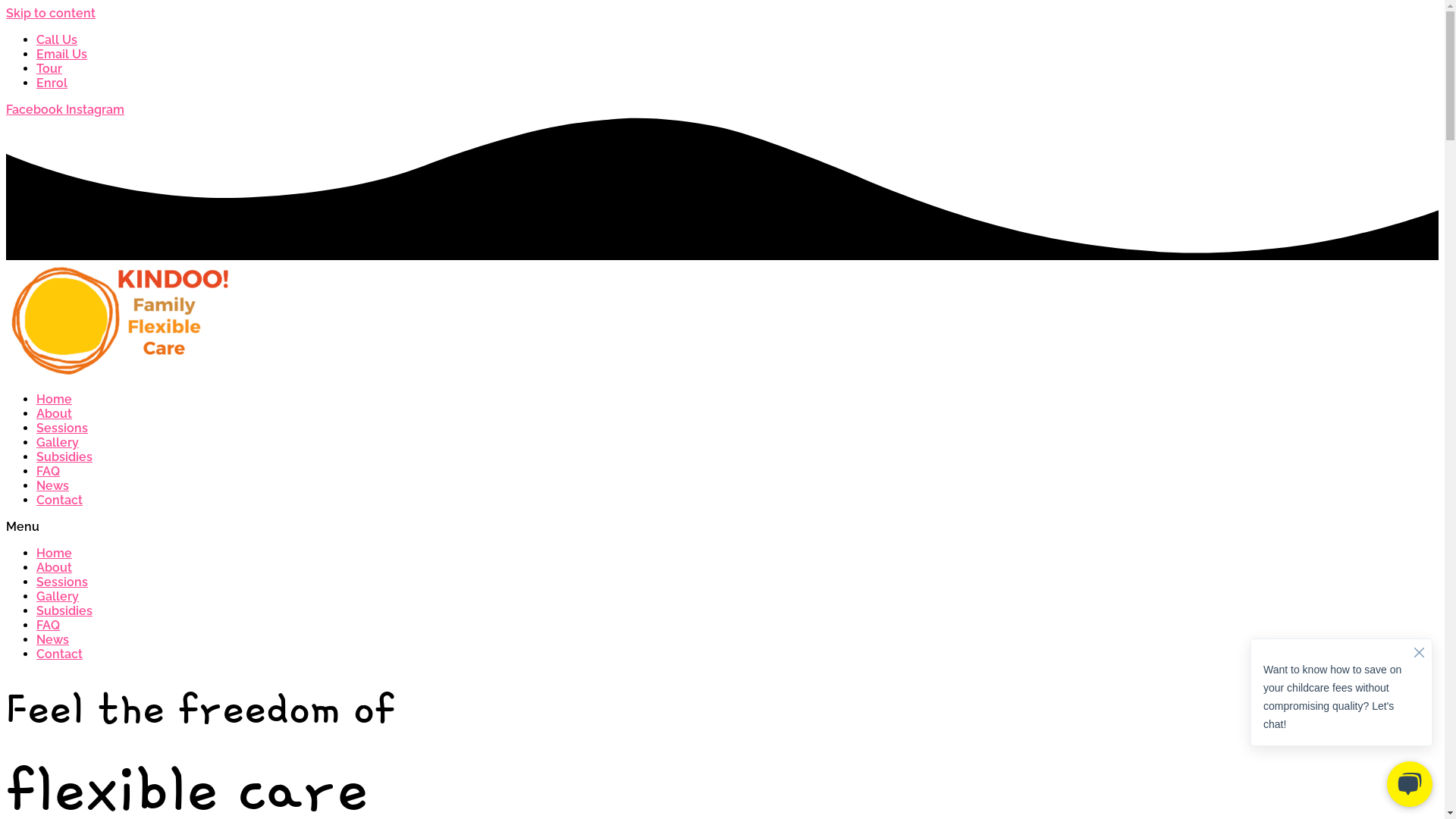  I want to click on 'Enrol', so click(36, 83).